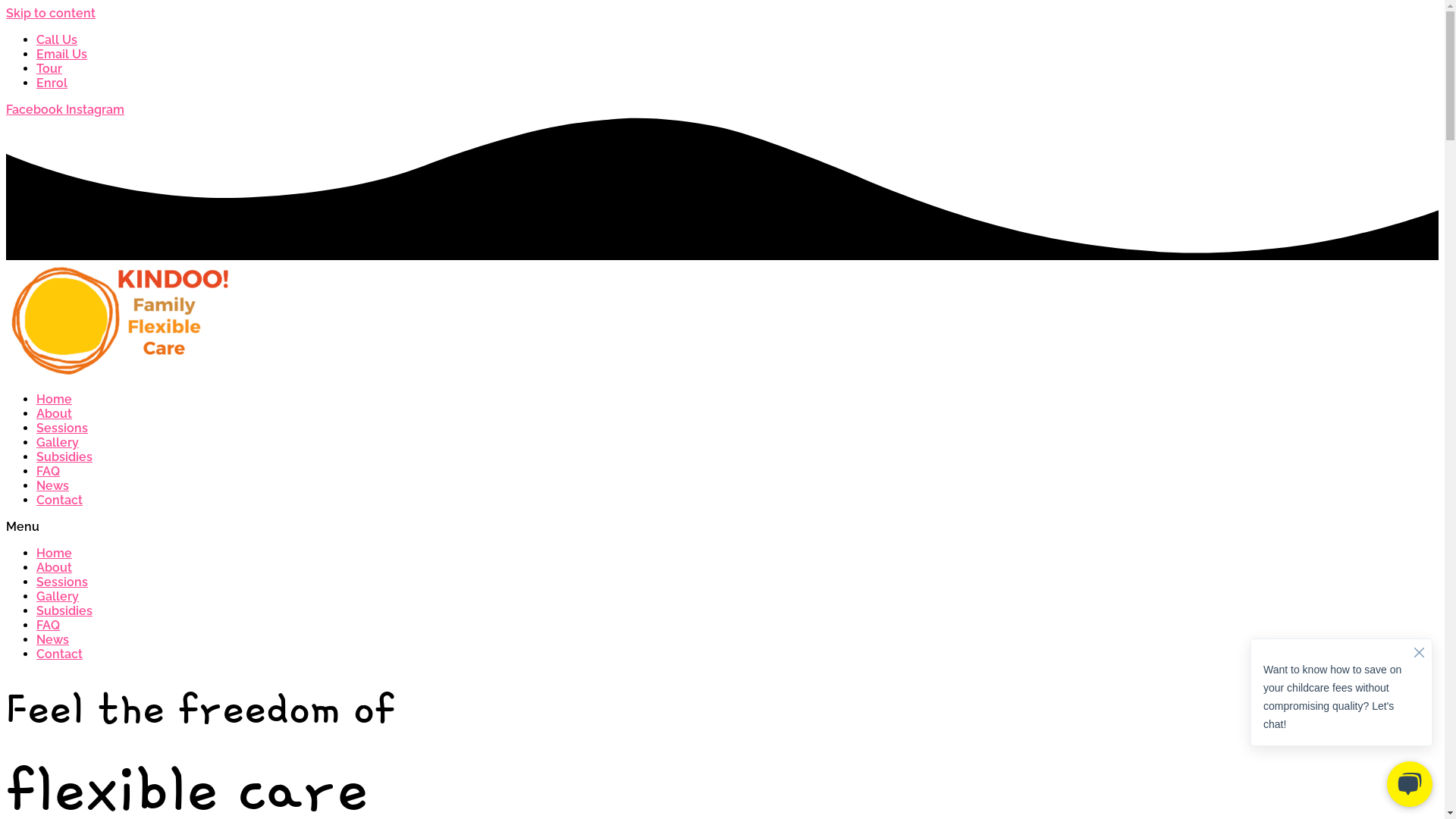  I want to click on 'Enrol', so click(36, 83).